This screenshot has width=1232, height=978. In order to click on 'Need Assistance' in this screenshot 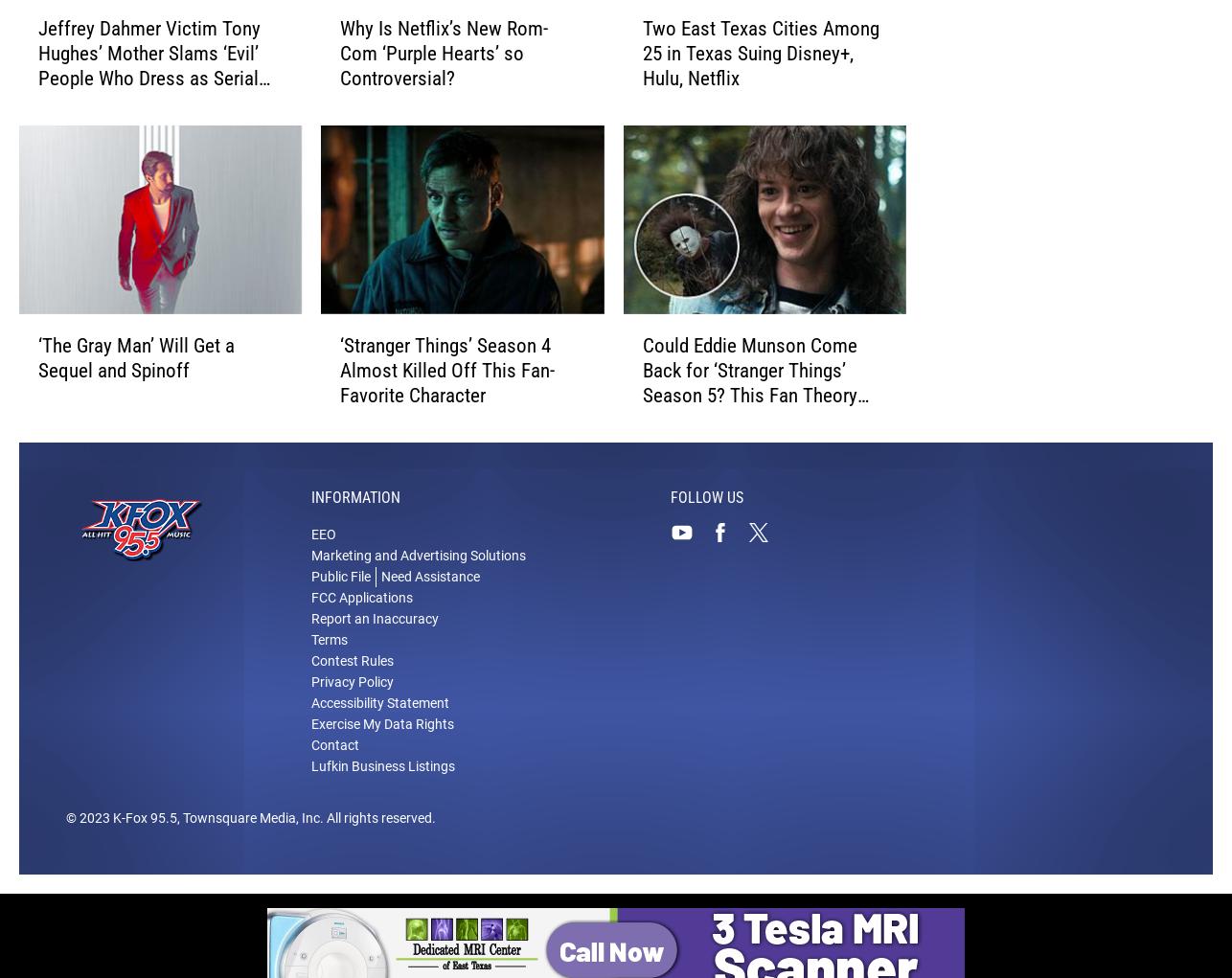, I will do `click(380, 578)`.